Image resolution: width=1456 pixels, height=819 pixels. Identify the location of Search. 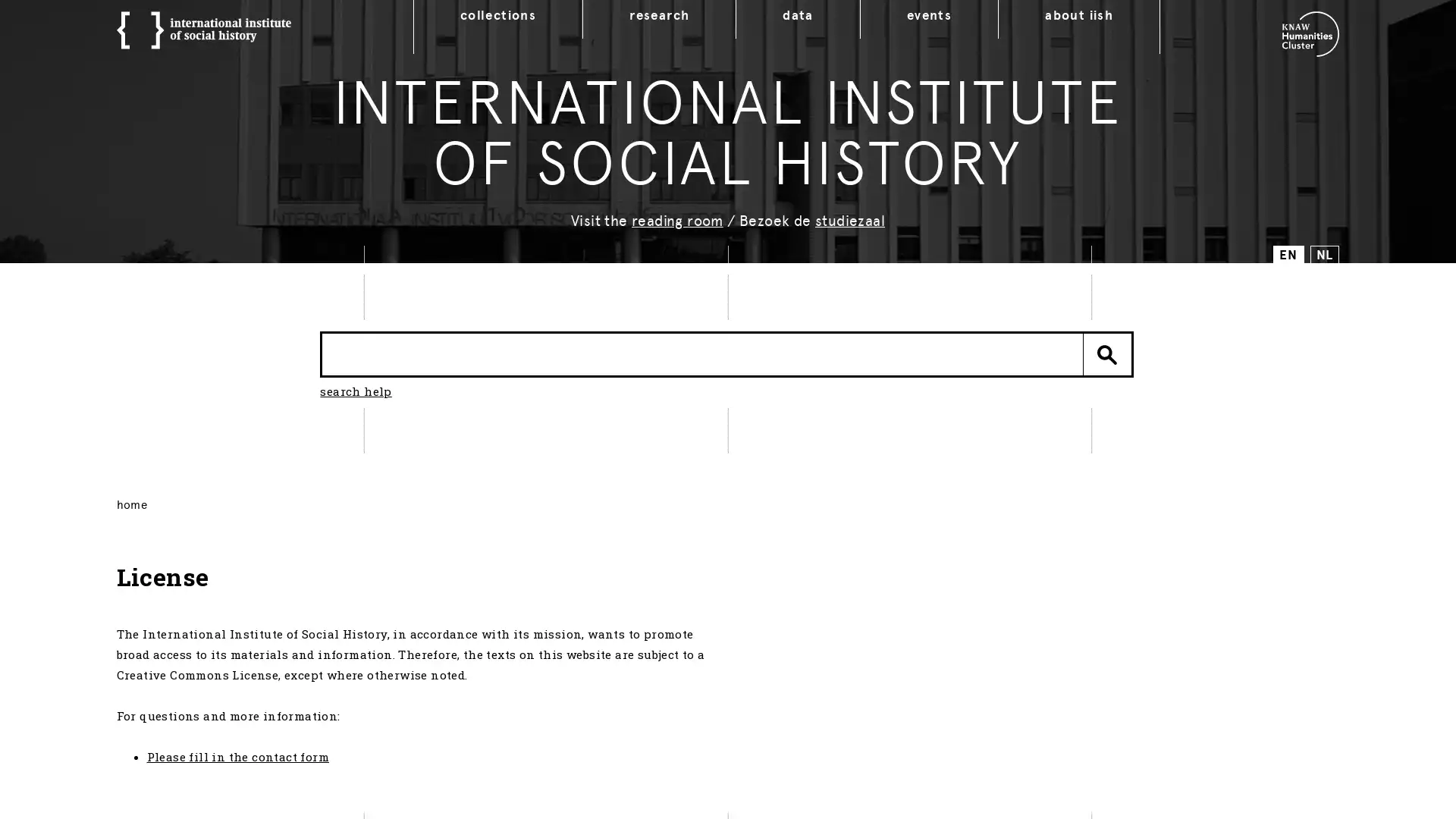
(1107, 353).